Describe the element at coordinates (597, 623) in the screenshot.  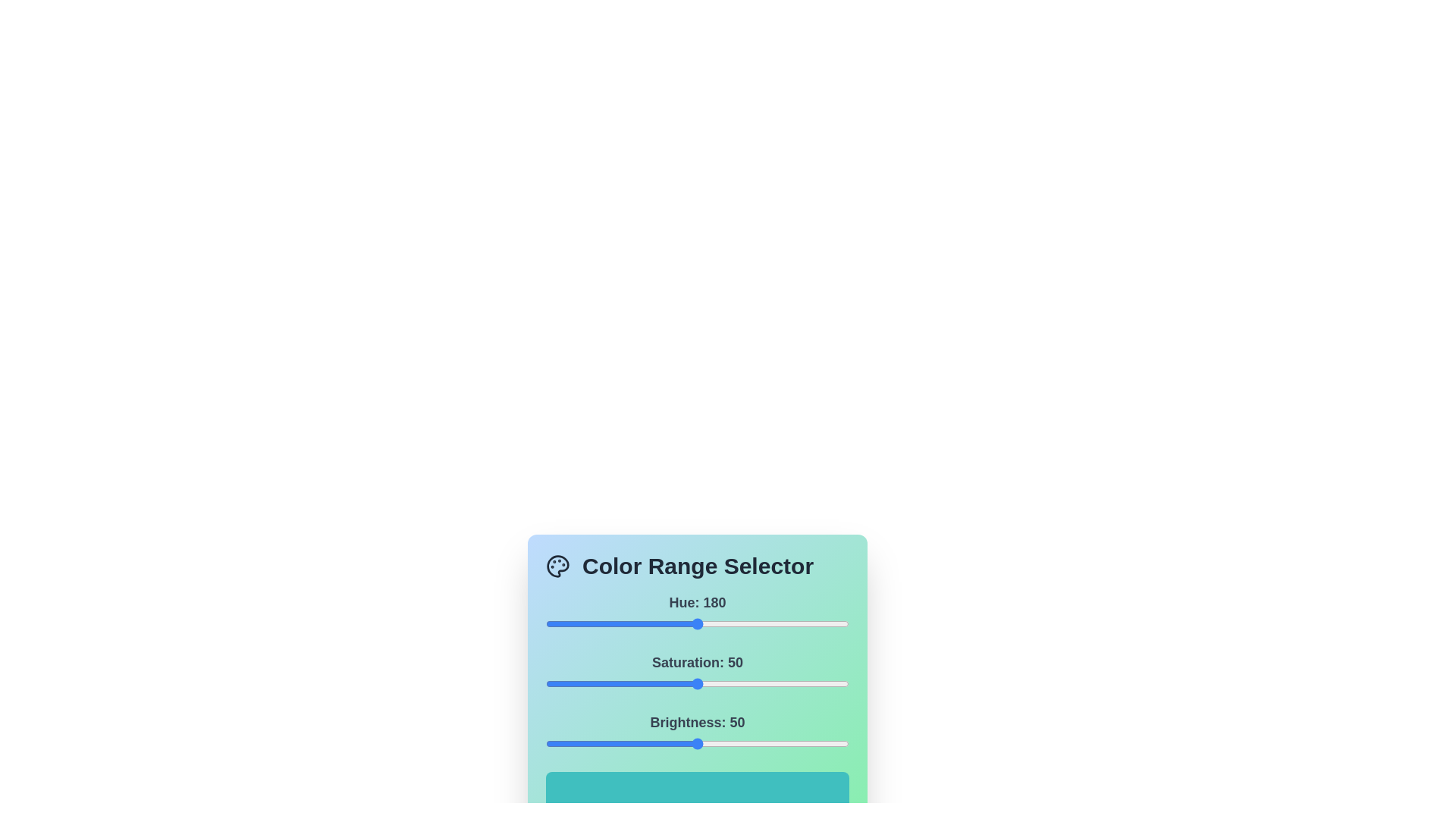
I see `the 0 slider to 62` at that location.